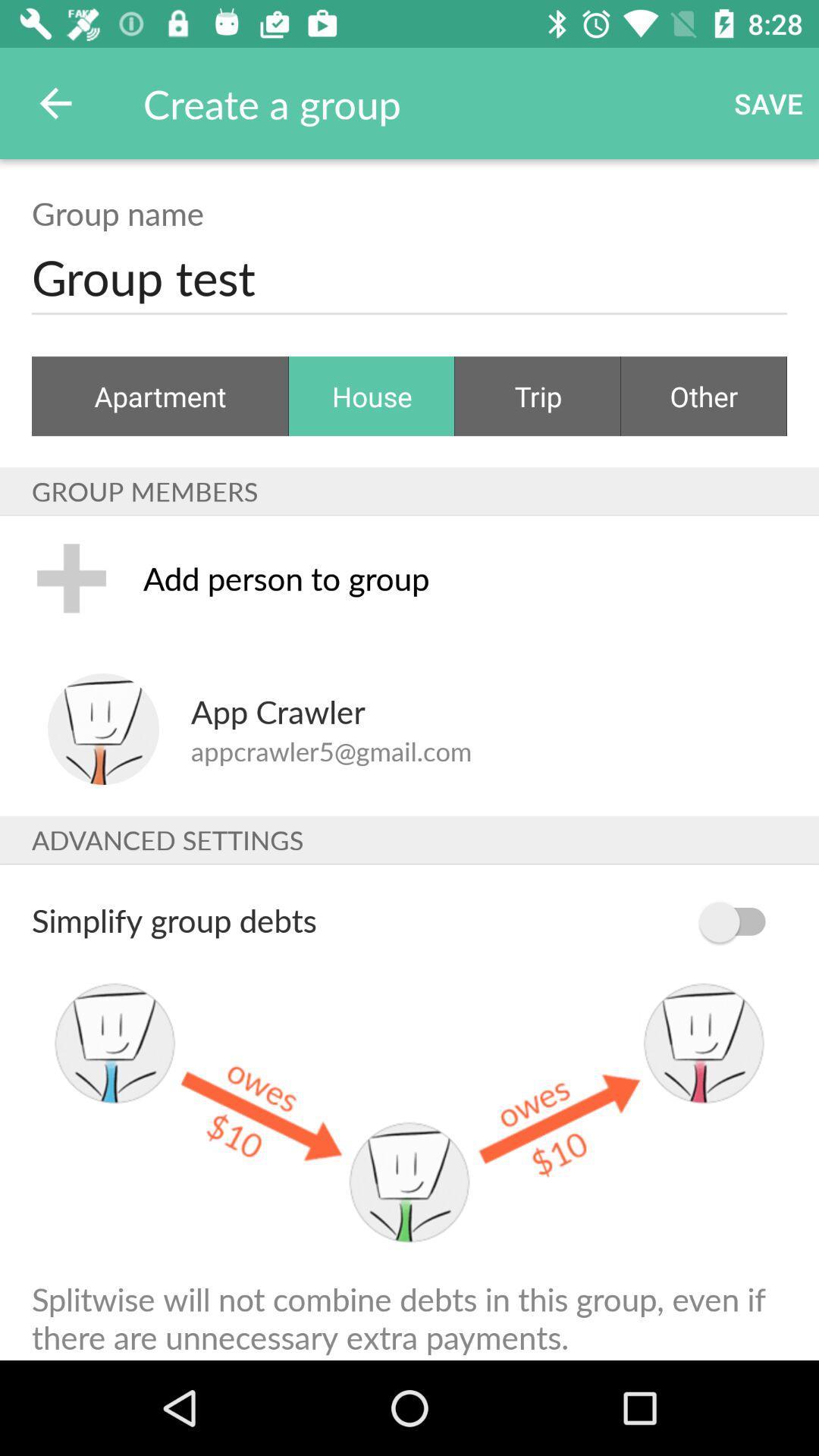 The height and width of the screenshot is (1456, 819). Describe the element at coordinates (739, 921) in the screenshot. I see `icon on the right` at that location.